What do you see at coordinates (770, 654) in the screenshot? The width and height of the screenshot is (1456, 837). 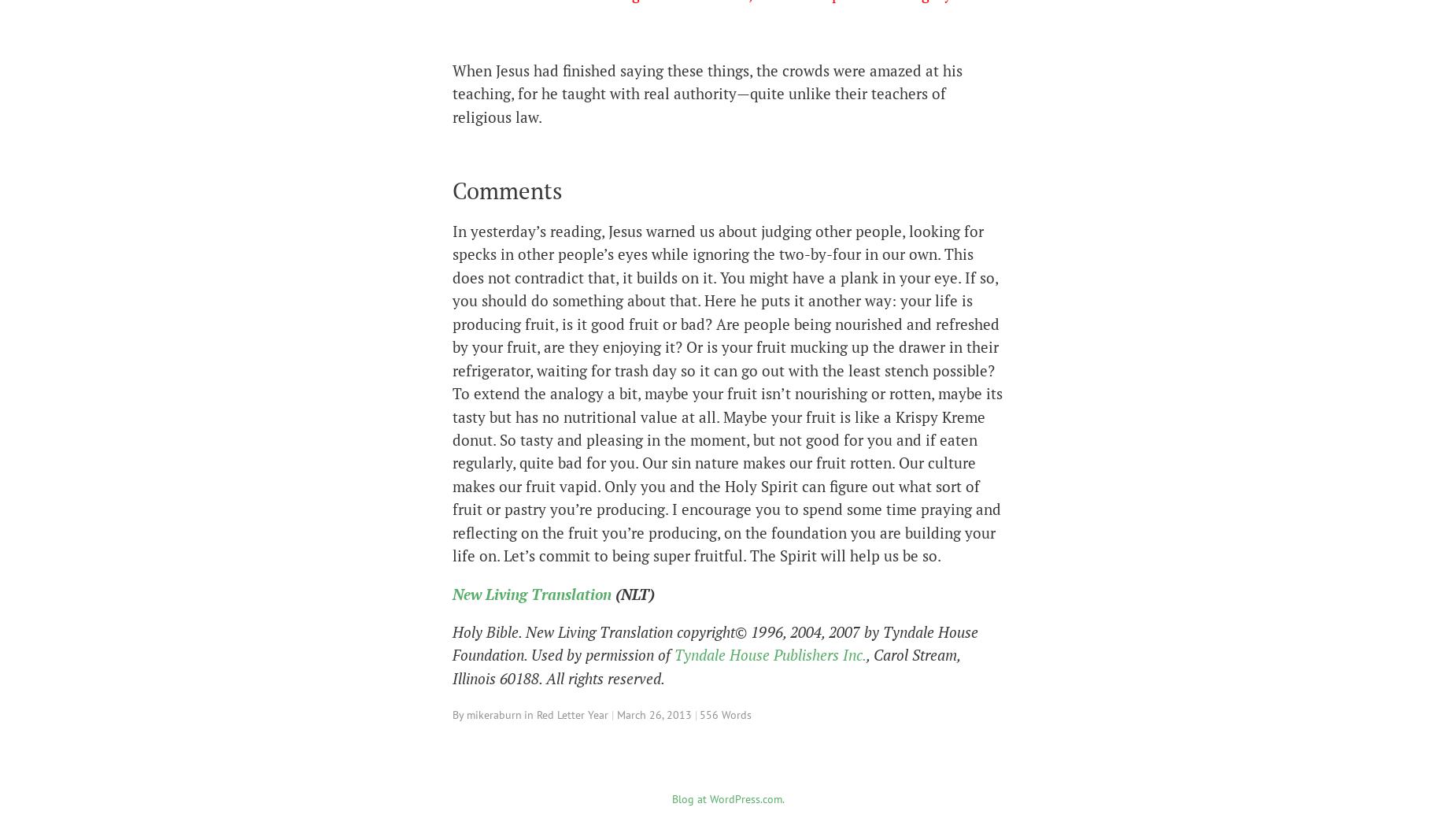 I see `'Tyndale House Publishers Inc.'` at bounding box center [770, 654].